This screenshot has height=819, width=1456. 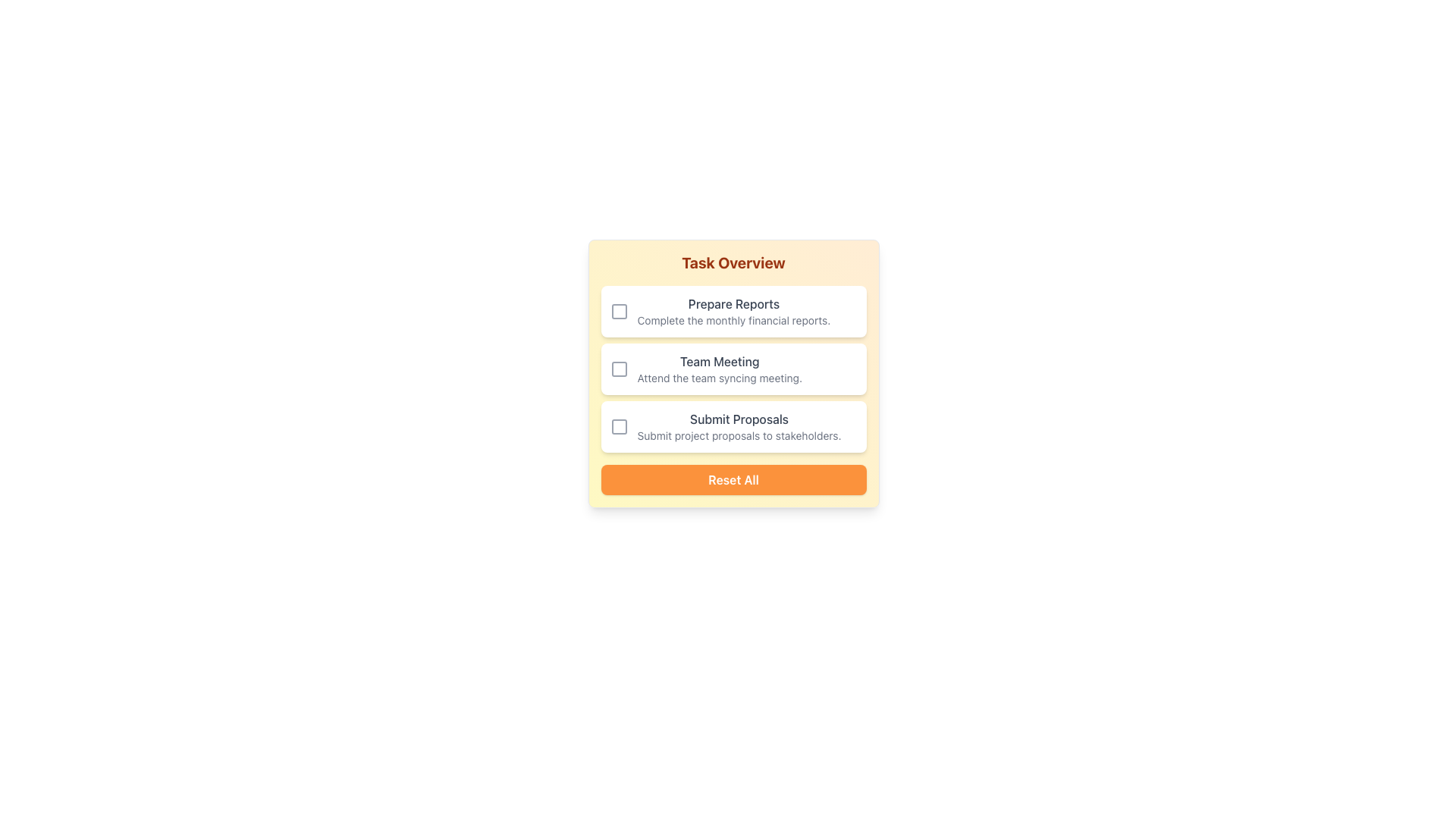 What do you see at coordinates (739, 435) in the screenshot?
I see `the descriptive text label located under the main title 'Submit Proposals' in the vertical list of tasks` at bounding box center [739, 435].